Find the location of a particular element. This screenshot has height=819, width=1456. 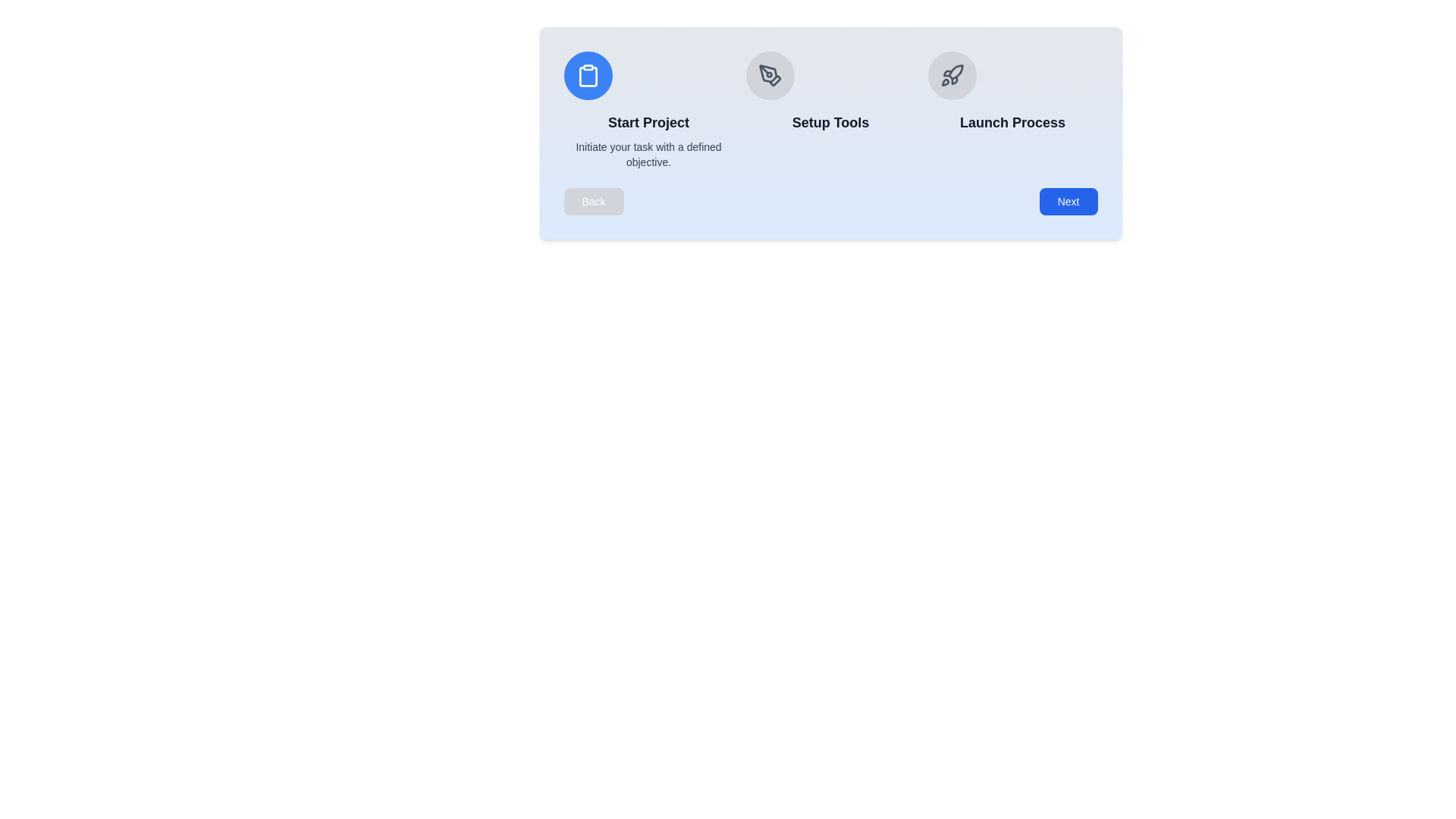

the button Back to observe its hover effect is located at coordinates (592, 201).